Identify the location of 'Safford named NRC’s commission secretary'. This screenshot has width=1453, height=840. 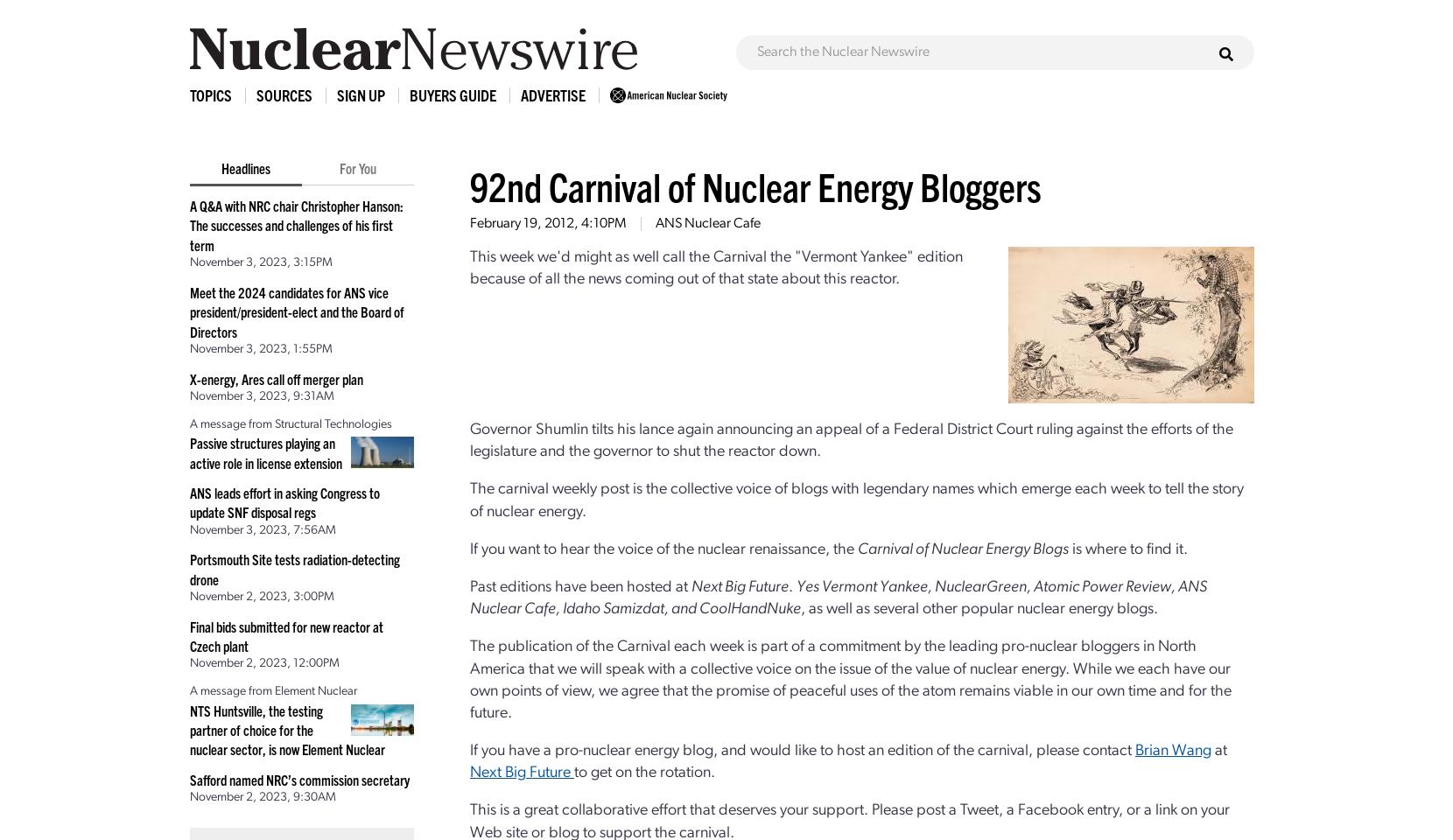
(299, 778).